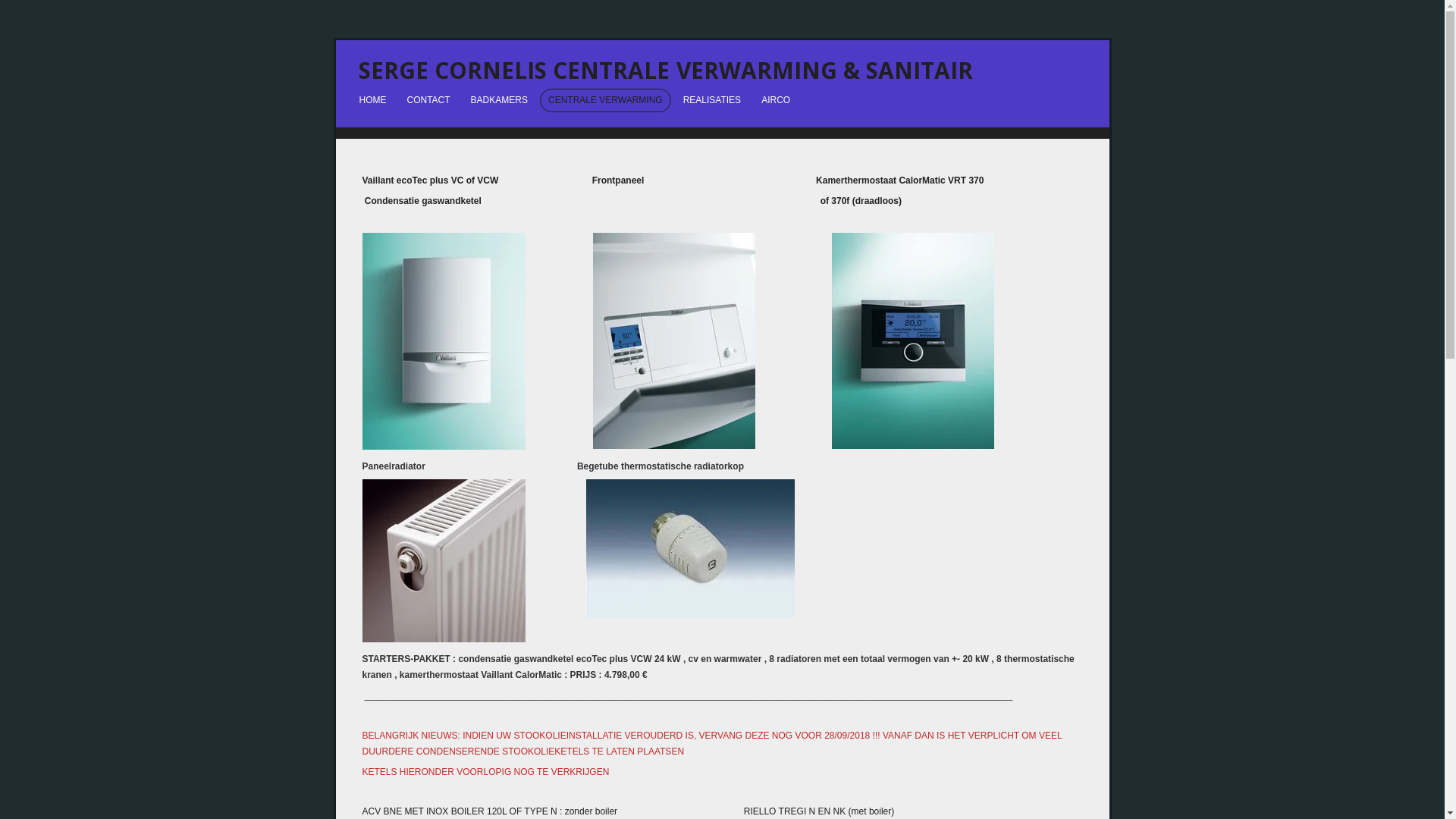  What do you see at coordinates (775, 100) in the screenshot?
I see `'AIRCO'` at bounding box center [775, 100].